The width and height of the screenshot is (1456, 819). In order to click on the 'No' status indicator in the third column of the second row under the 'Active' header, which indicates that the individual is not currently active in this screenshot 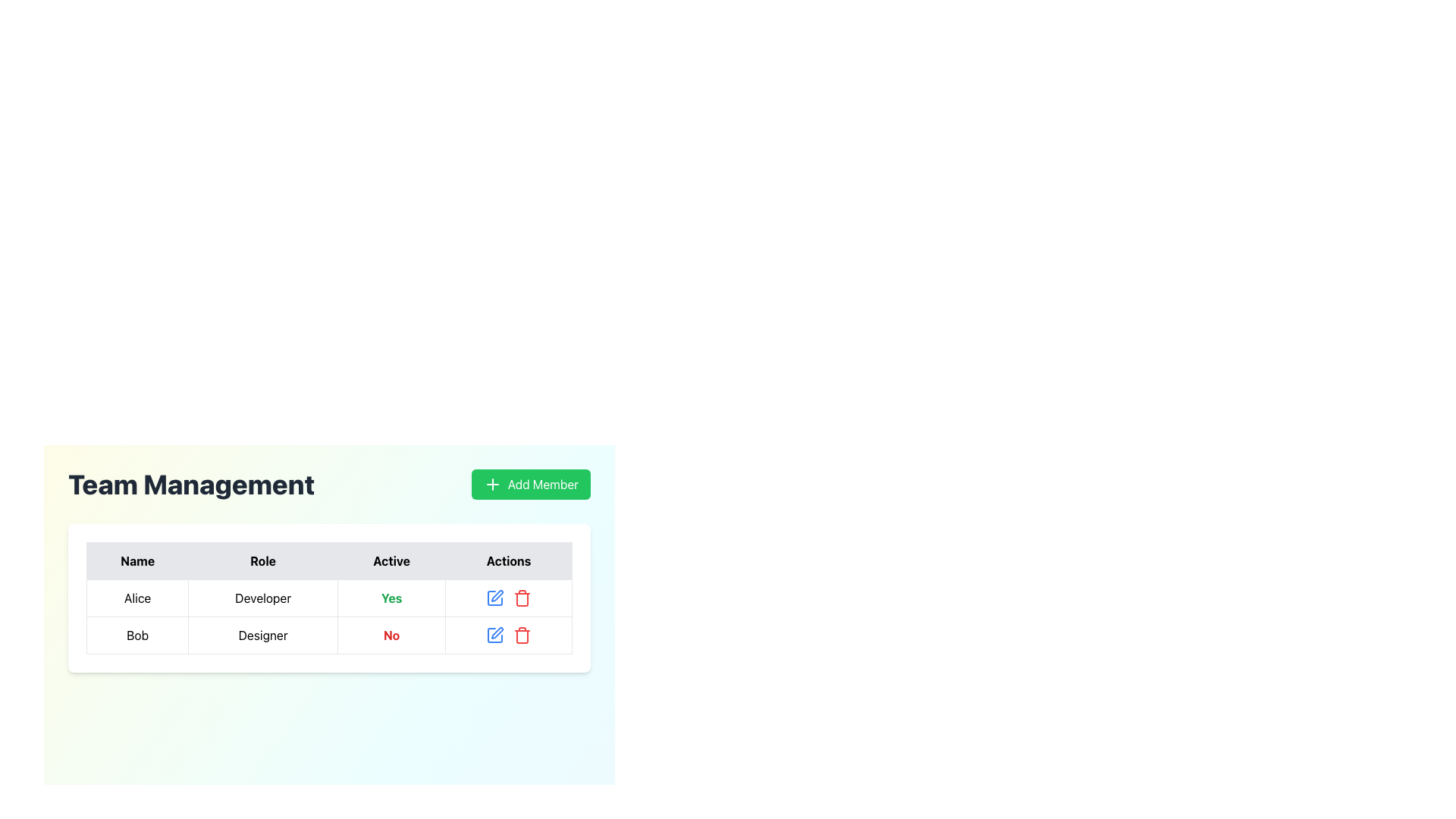, I will do `click(391, 635)`.